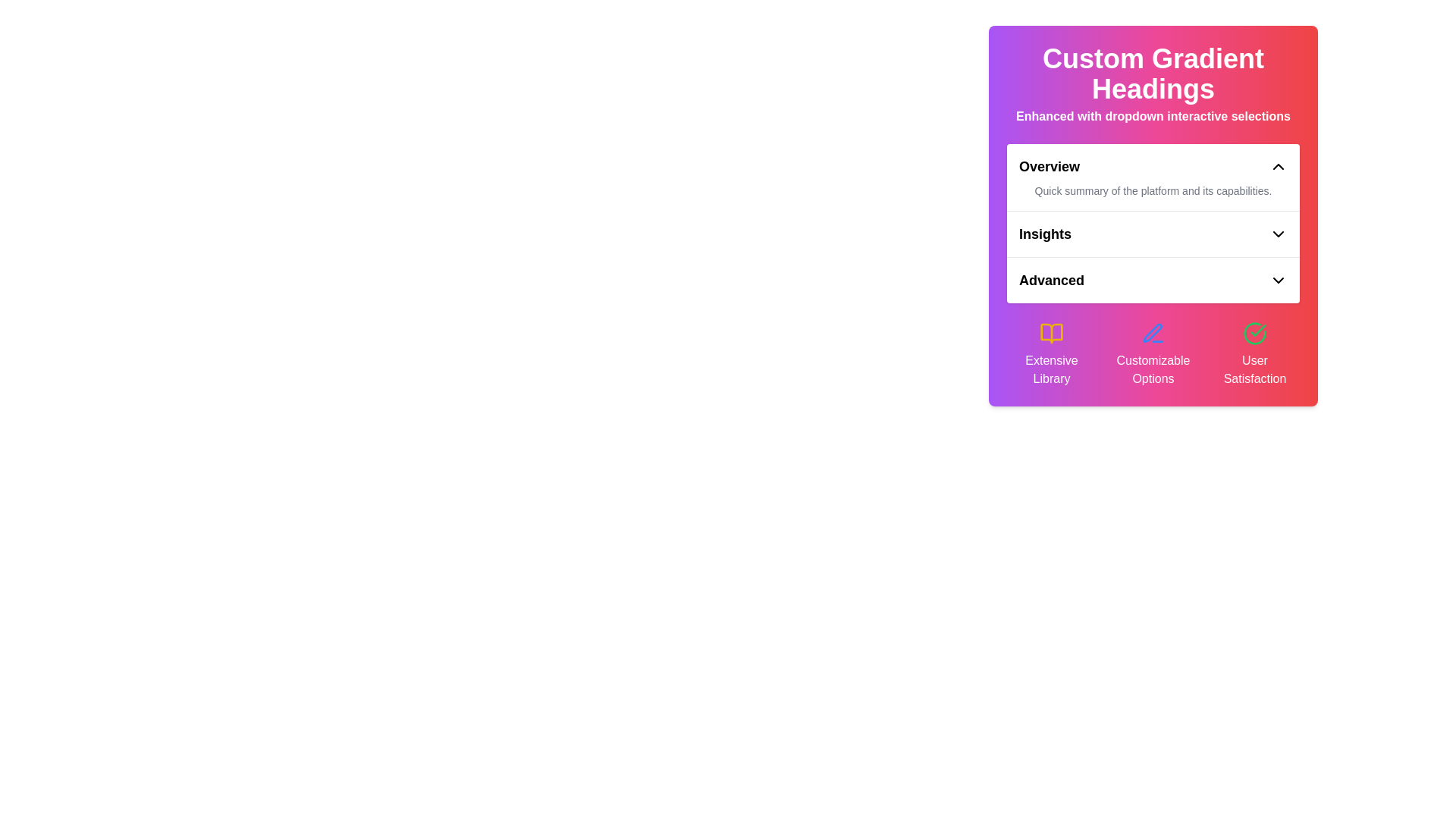  What do you see at coordinates (1153, 332) in the screenshot?
I see `the middle customization icon in the card UI titled 'Custom Gradient Headings', which is flanked by 'Extensive Library' and 'User Satisfaction'` at bounding box center [1153, 332].